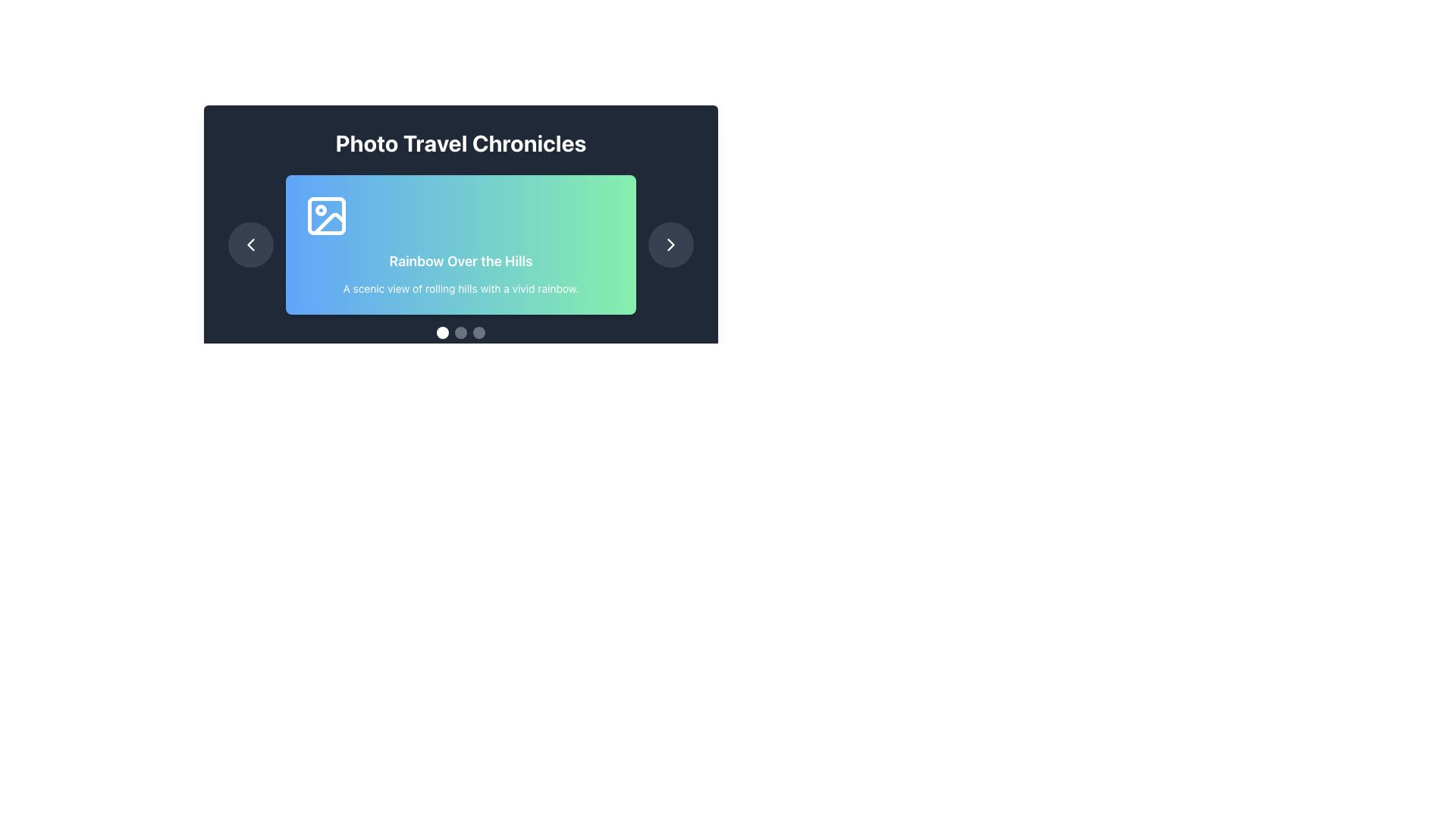  I want to click on the second pagination indicator located centrally below the main content block, so click(460, 332).